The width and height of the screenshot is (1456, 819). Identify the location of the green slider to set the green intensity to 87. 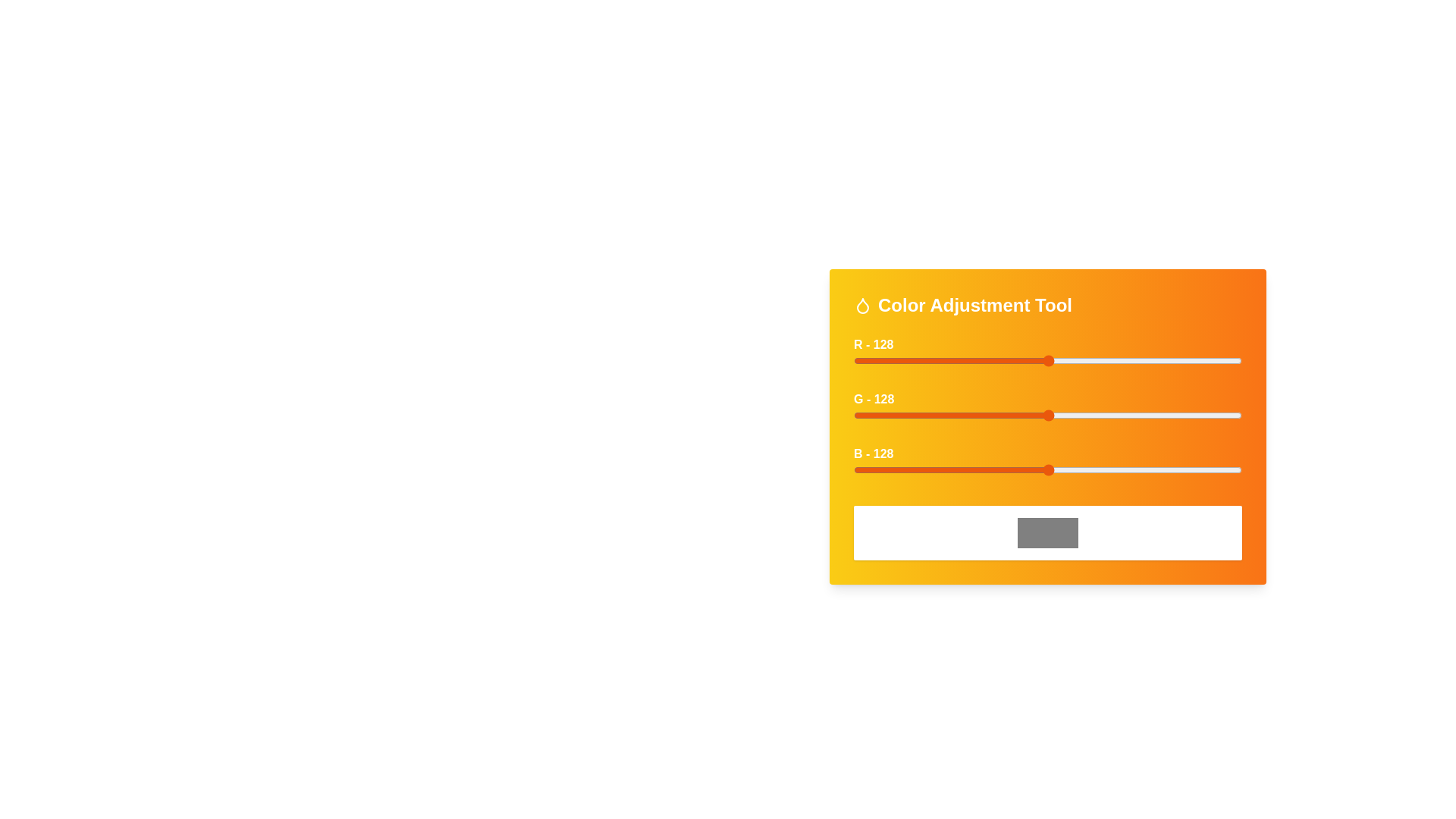
(986, 415).